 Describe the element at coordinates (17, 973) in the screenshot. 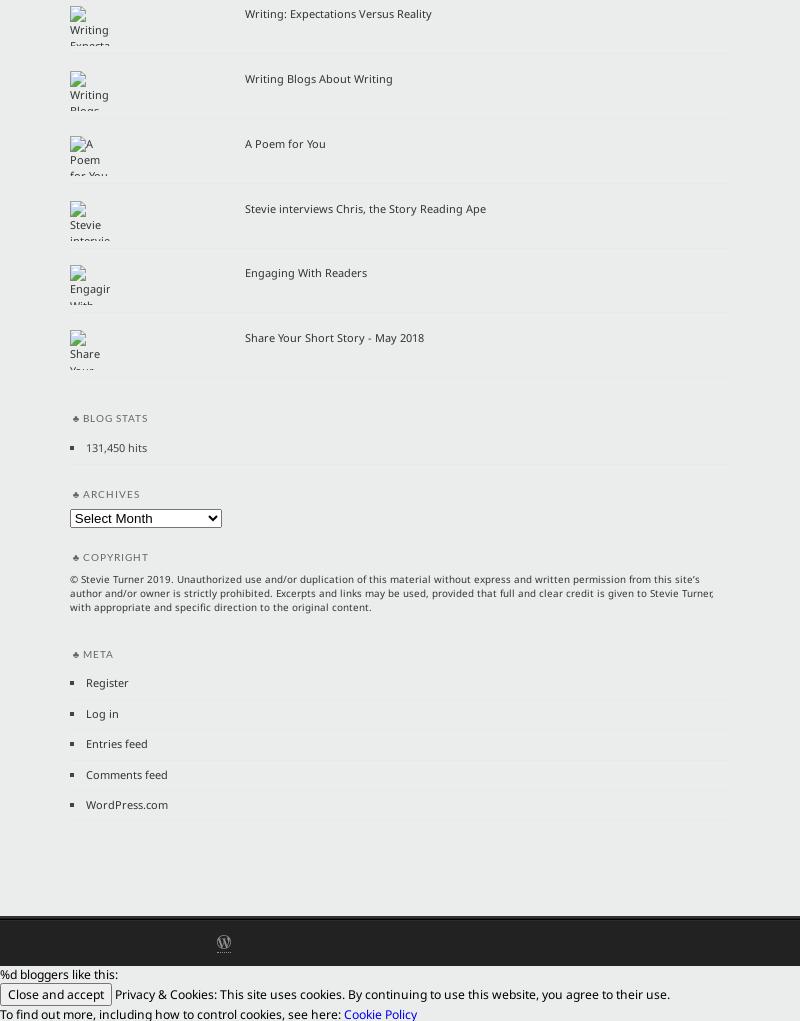

I see `'bloggers like this:'` at that location.